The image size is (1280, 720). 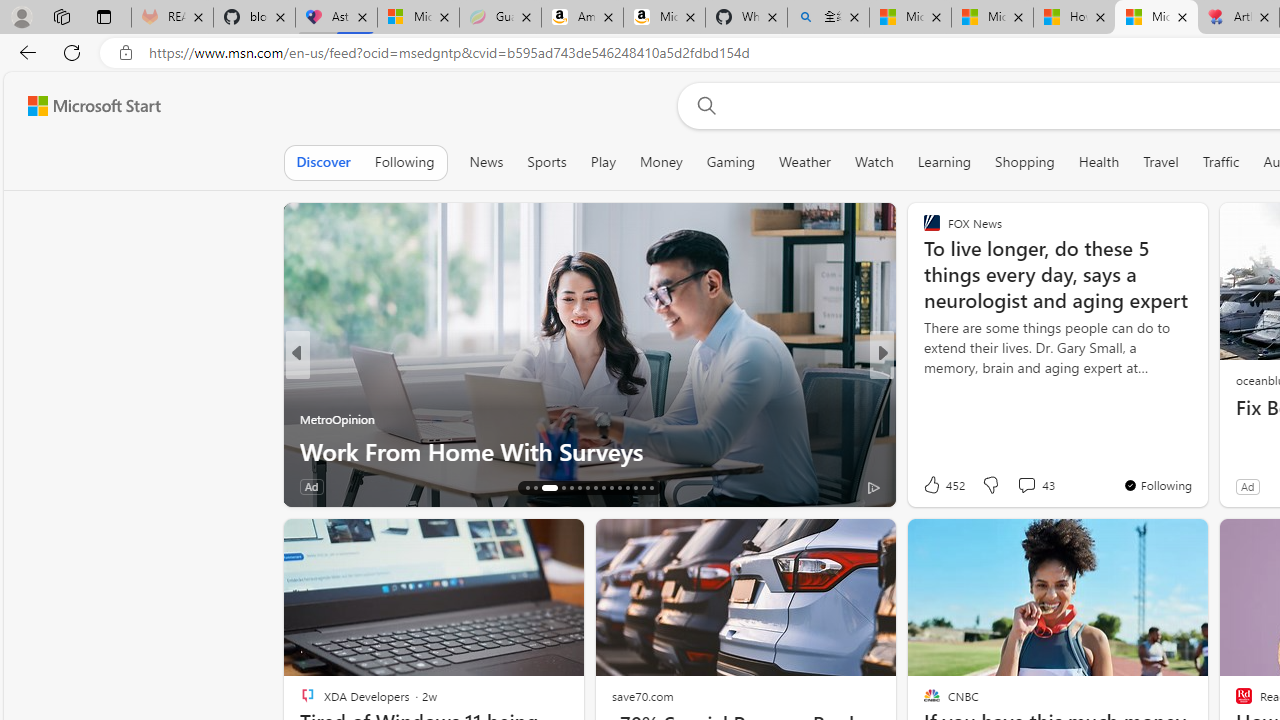 What do you see at coordinates (650, 488) in the screenshot?
I see `'AutomationID: tab-30'` at bounding box center [650, 488].